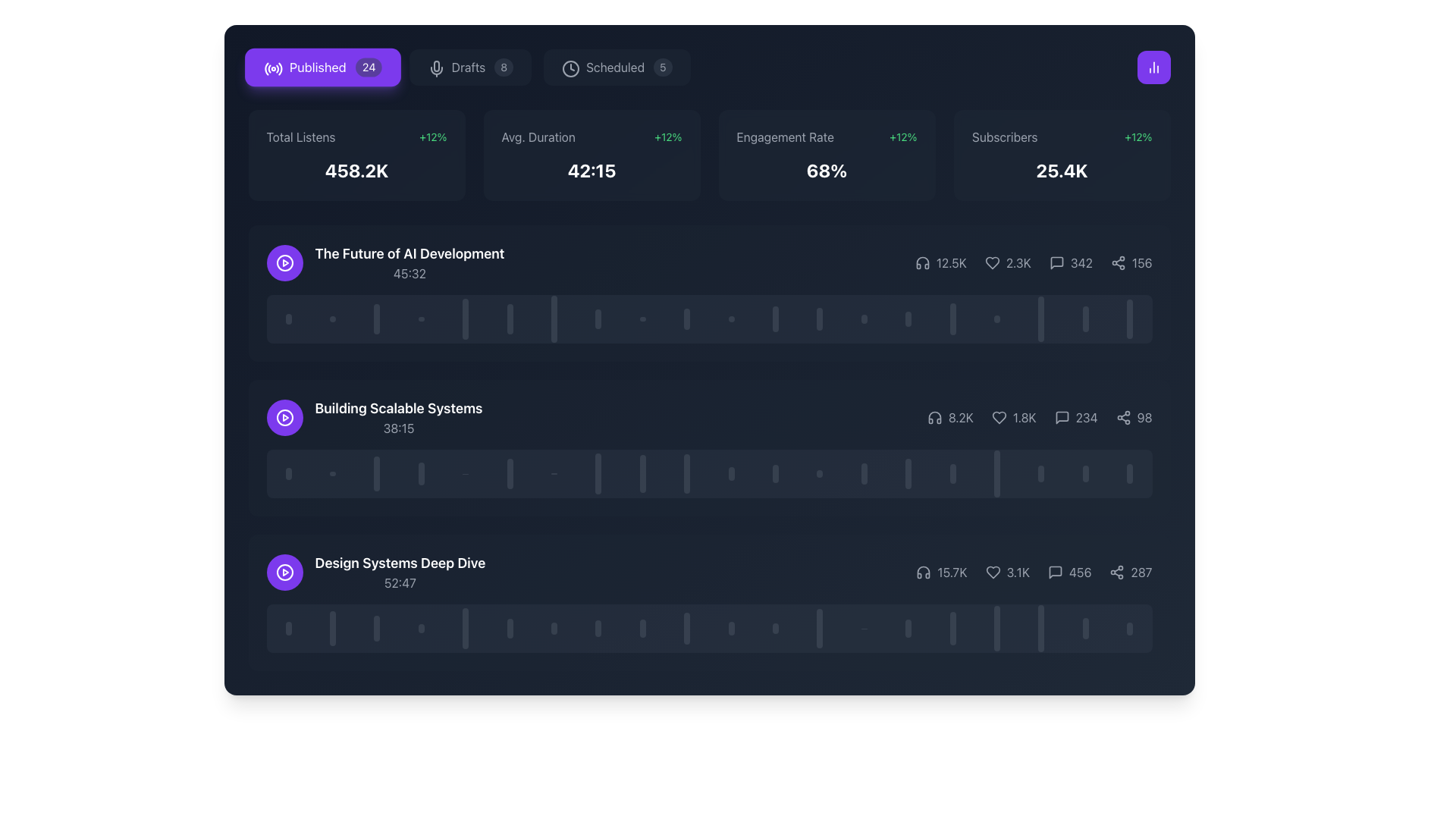  Describe the element at coordinates (731, 472) in the screenshot. I see `the eleventh capsule-shaped progress indicator in the second row under the 'Building Scalable Systems' section` at that location.